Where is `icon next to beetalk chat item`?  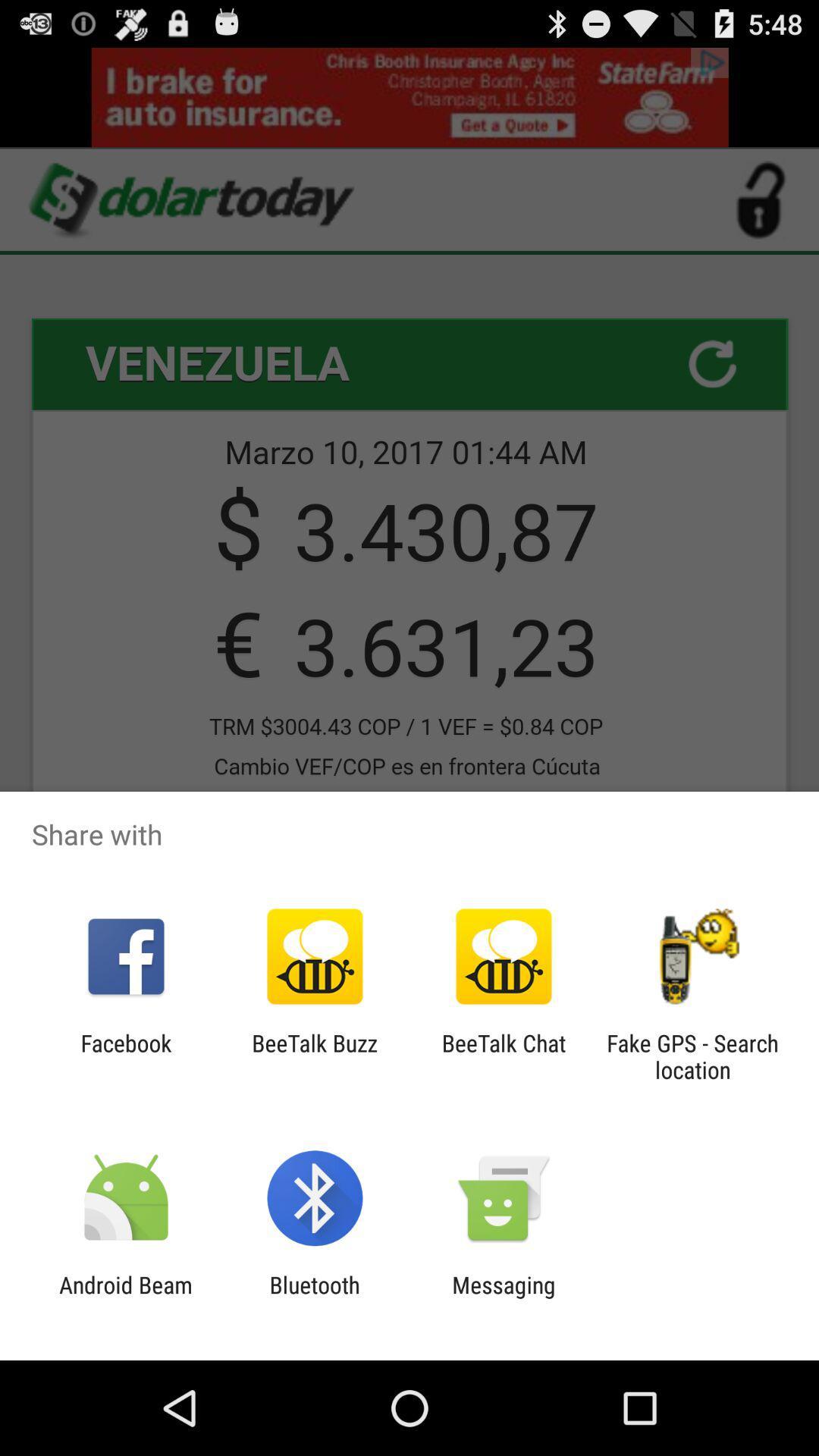 icon next to beetalk chat item is located at coordinates (692, 1056).